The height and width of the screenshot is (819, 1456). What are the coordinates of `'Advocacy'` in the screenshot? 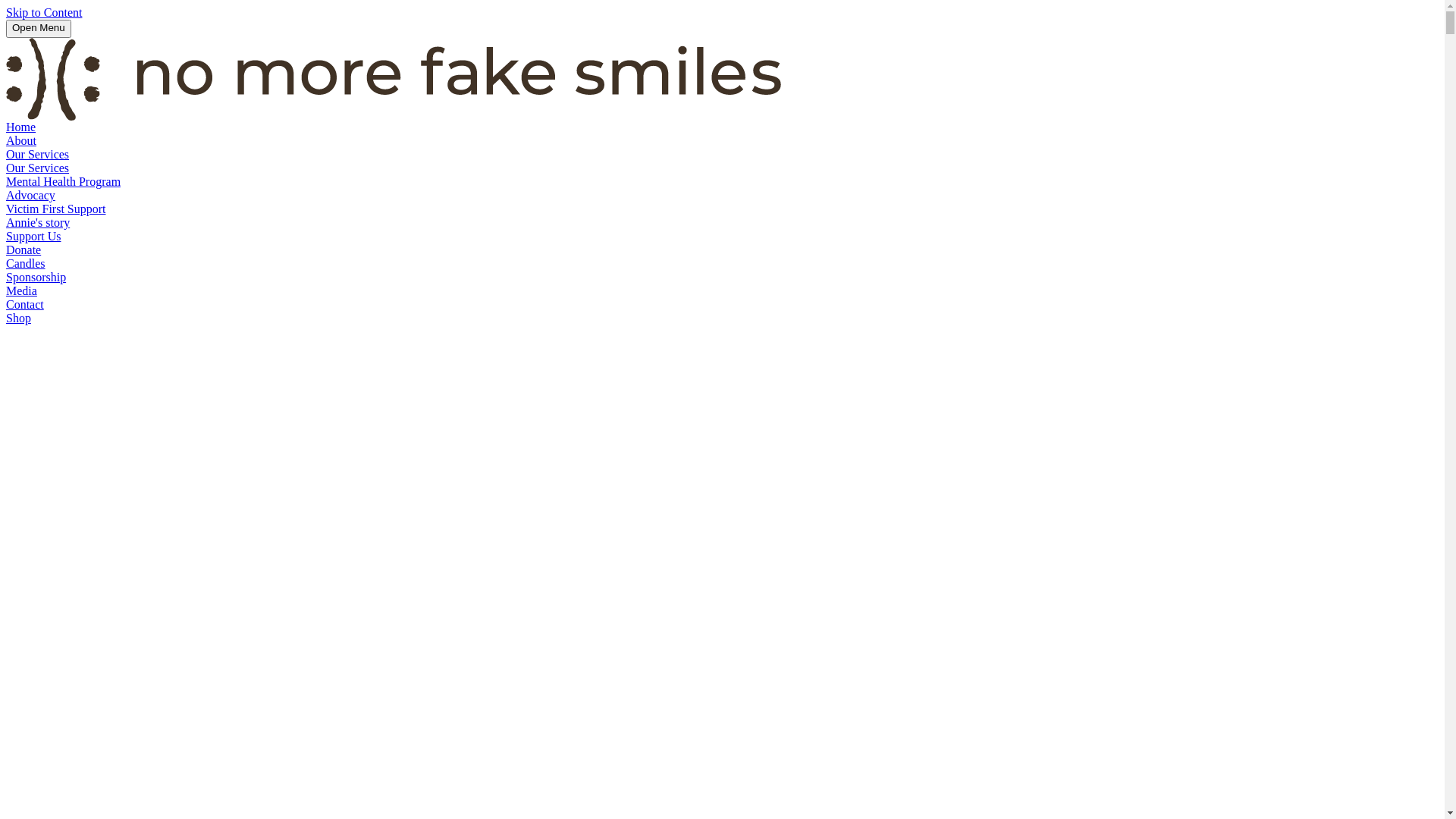 It's located at (30, 194).